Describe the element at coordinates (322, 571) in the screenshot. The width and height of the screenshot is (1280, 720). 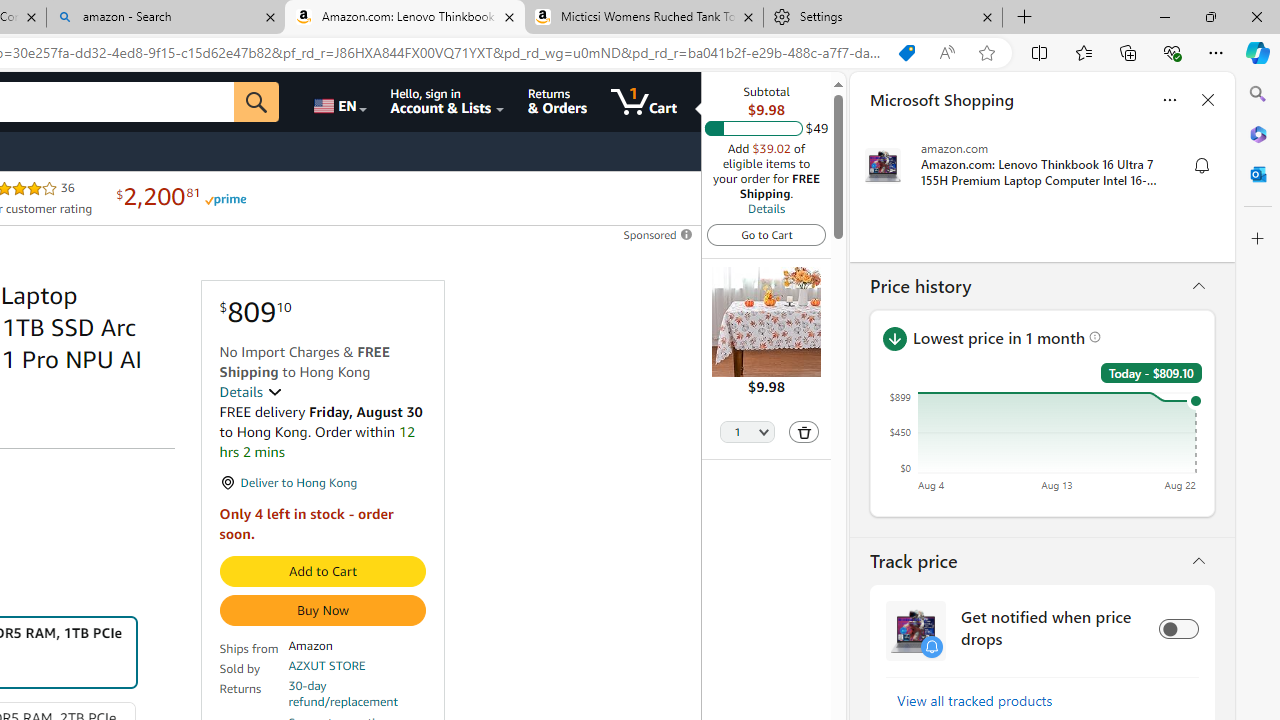
I see `'Add to Cart'` at that location.